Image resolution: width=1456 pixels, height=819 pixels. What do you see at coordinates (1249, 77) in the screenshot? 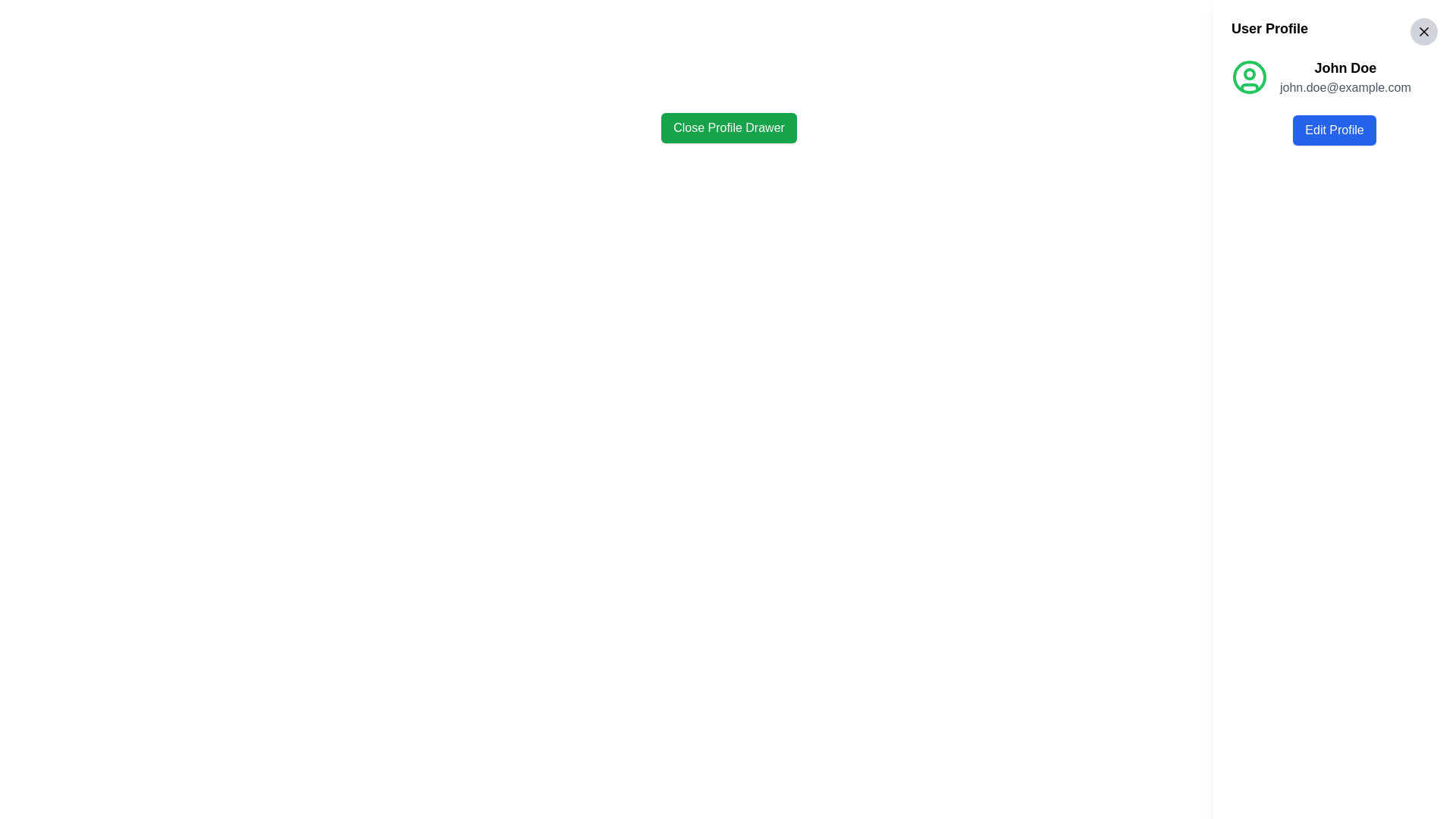
I see `the user profile icon, which is a green circular element located in the top-right corner of the interface, adjacent to the text 'John Doe' and 'john.doe@example.com'` at bounding box center [1249, 77].